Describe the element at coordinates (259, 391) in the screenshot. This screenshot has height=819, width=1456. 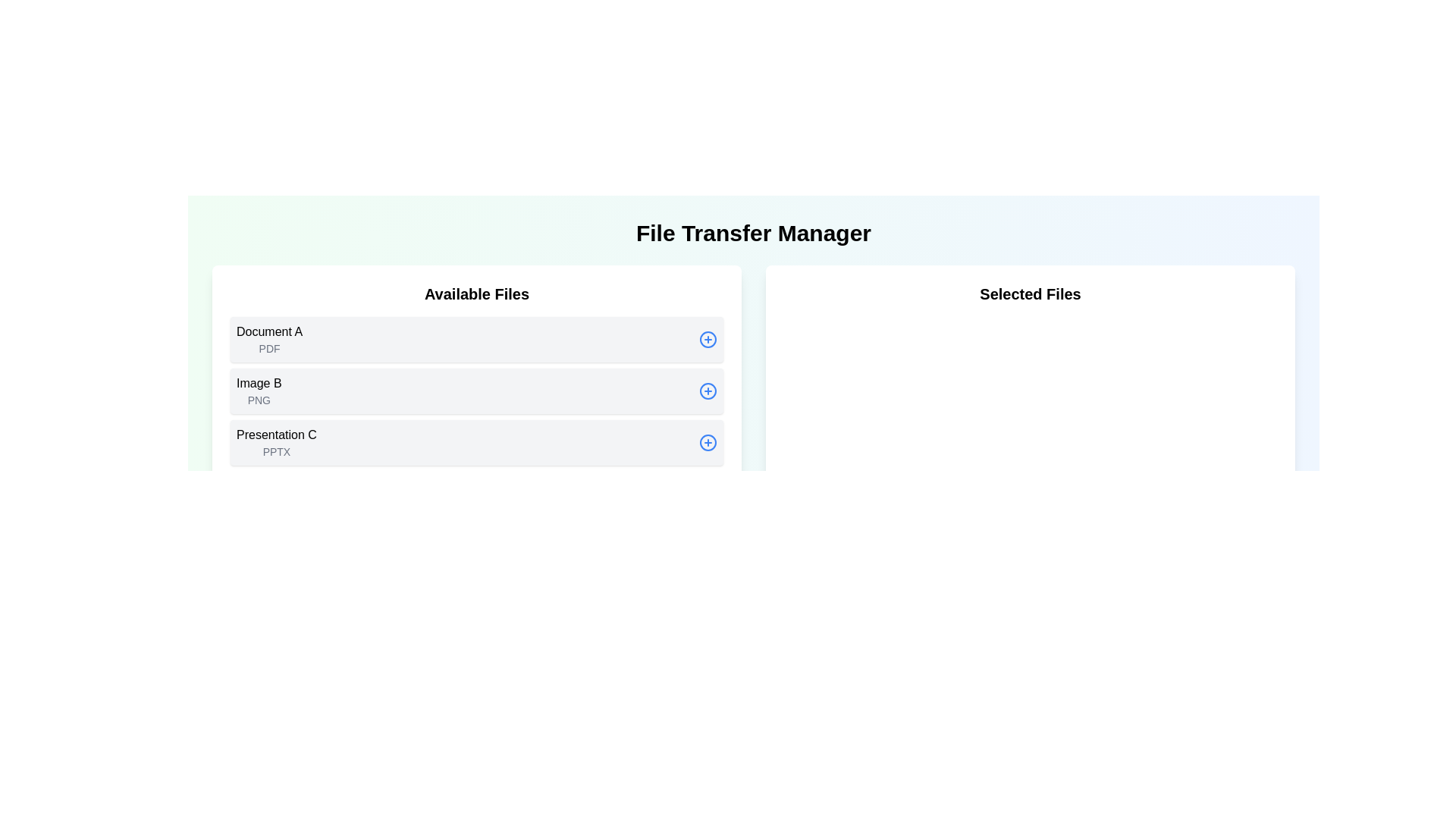
I see `the second list item in the 'Available Files' section, which displays the file name 'Image B' of type 'PNG'` at that location.